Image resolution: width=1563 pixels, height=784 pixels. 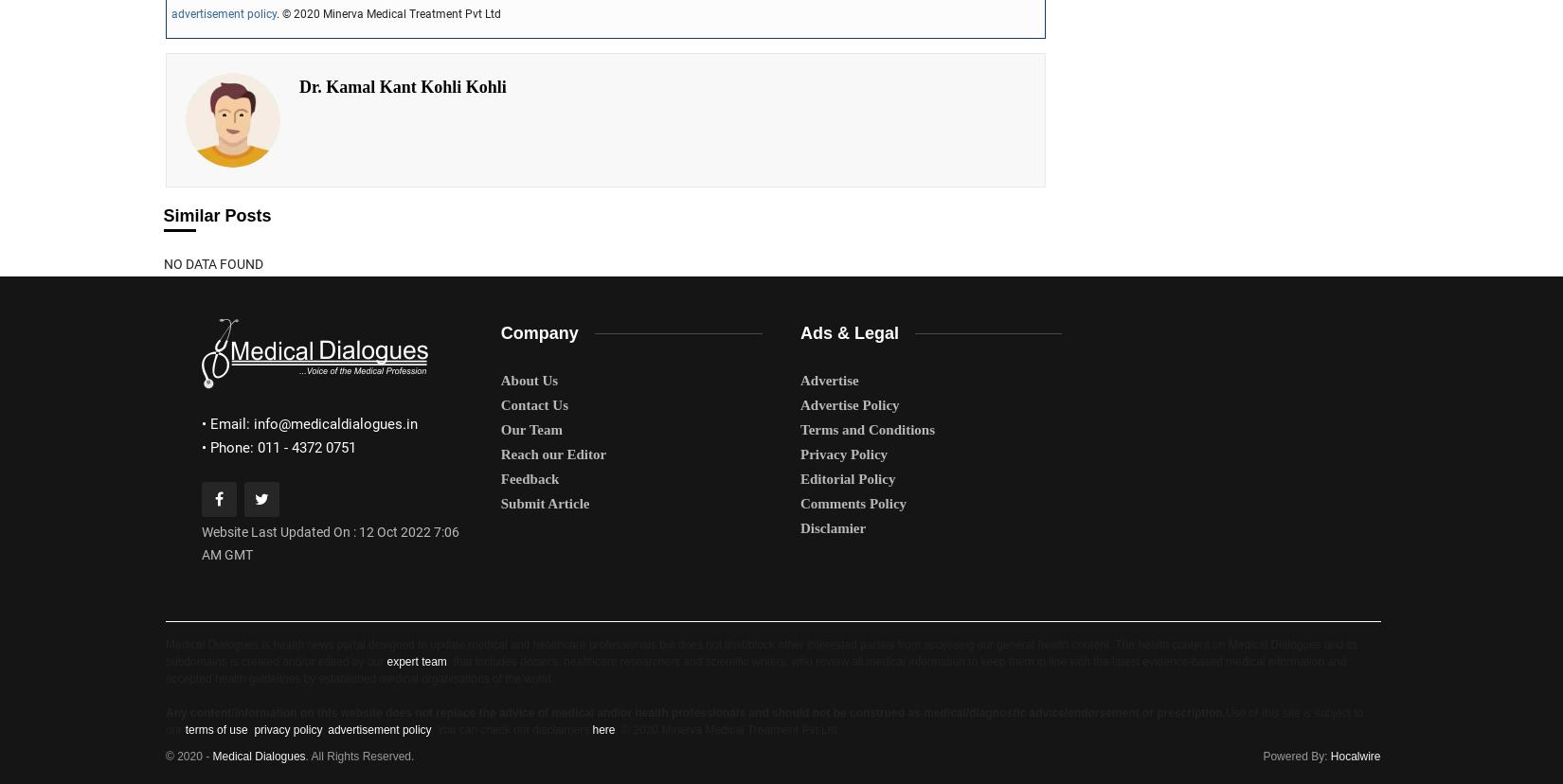 What do you see at coordinates (499, 452) in the screenshot?
I see `'Reach our Editor'` at bounding box center [499, 452].